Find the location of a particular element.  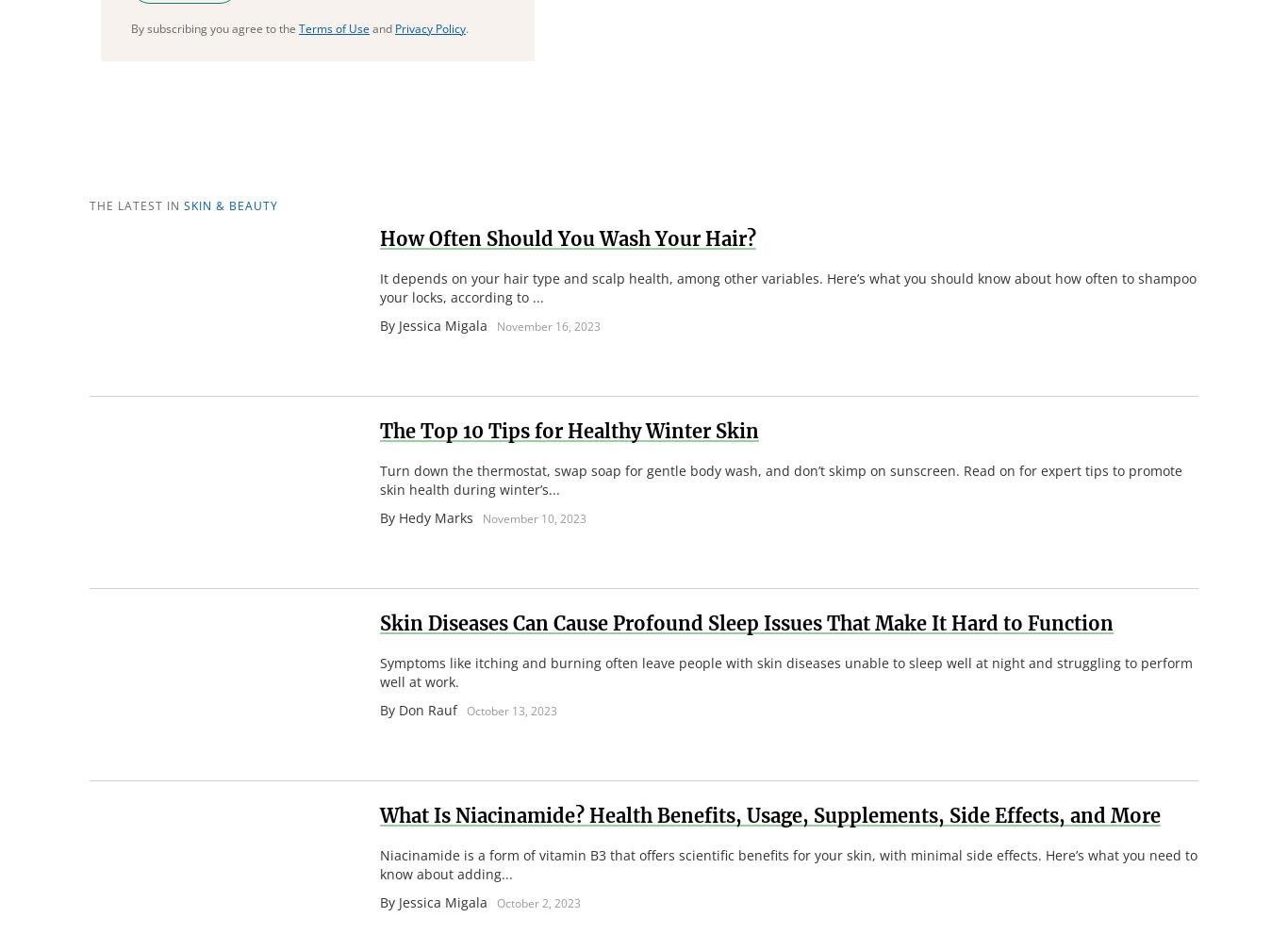

'Skin Diseases Can Cause Profound Sleep Issues That Make It Hard to Function' is located at coordinates (747, 622).